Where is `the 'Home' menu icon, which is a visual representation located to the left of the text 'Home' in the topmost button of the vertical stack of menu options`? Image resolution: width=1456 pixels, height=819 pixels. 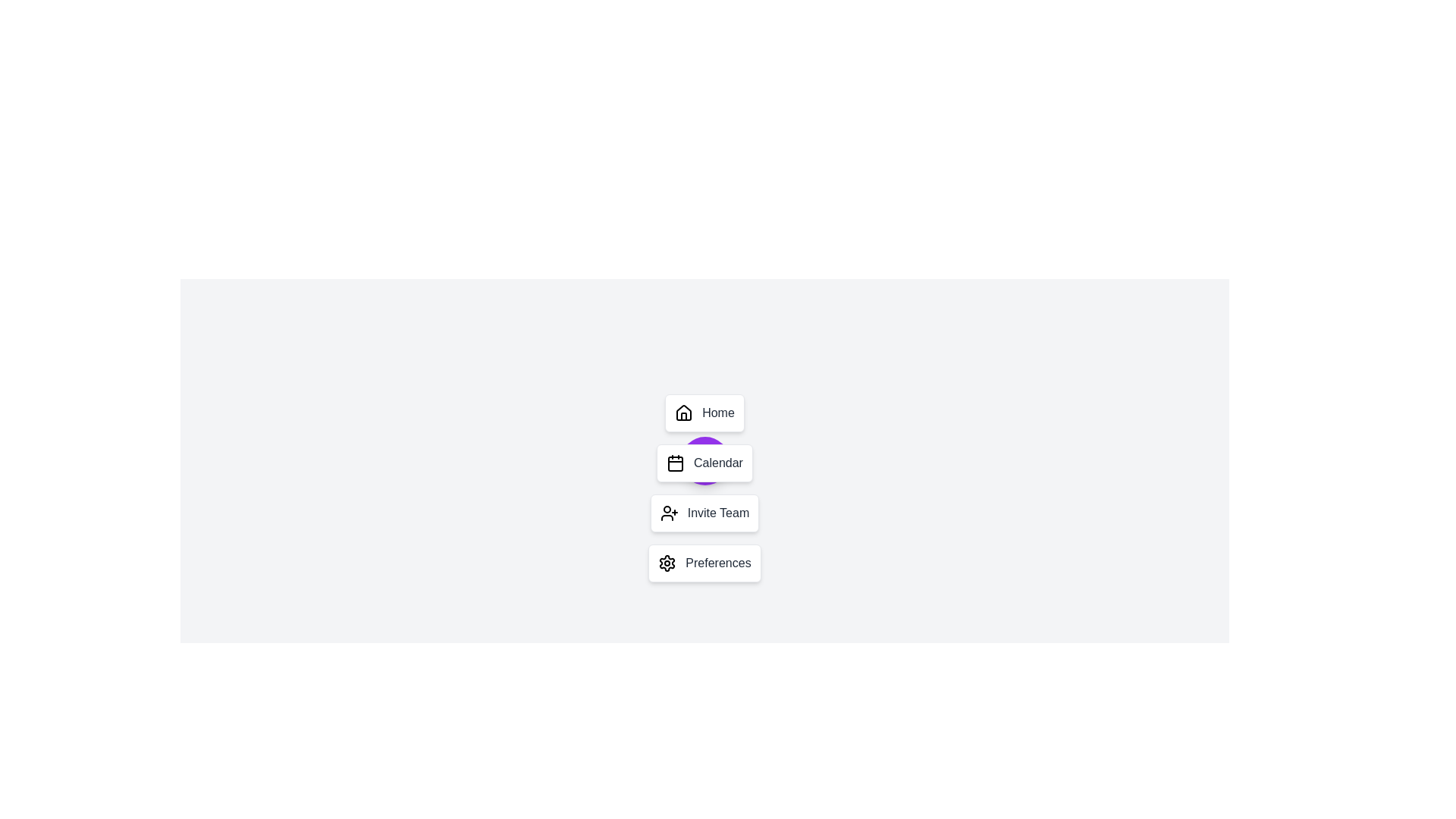 the 'Home' menu icon, which is a visual representation located to the left of the text 'Home' in the topmost button of the vertical stack of menu options is located at coordinates (683, 413).